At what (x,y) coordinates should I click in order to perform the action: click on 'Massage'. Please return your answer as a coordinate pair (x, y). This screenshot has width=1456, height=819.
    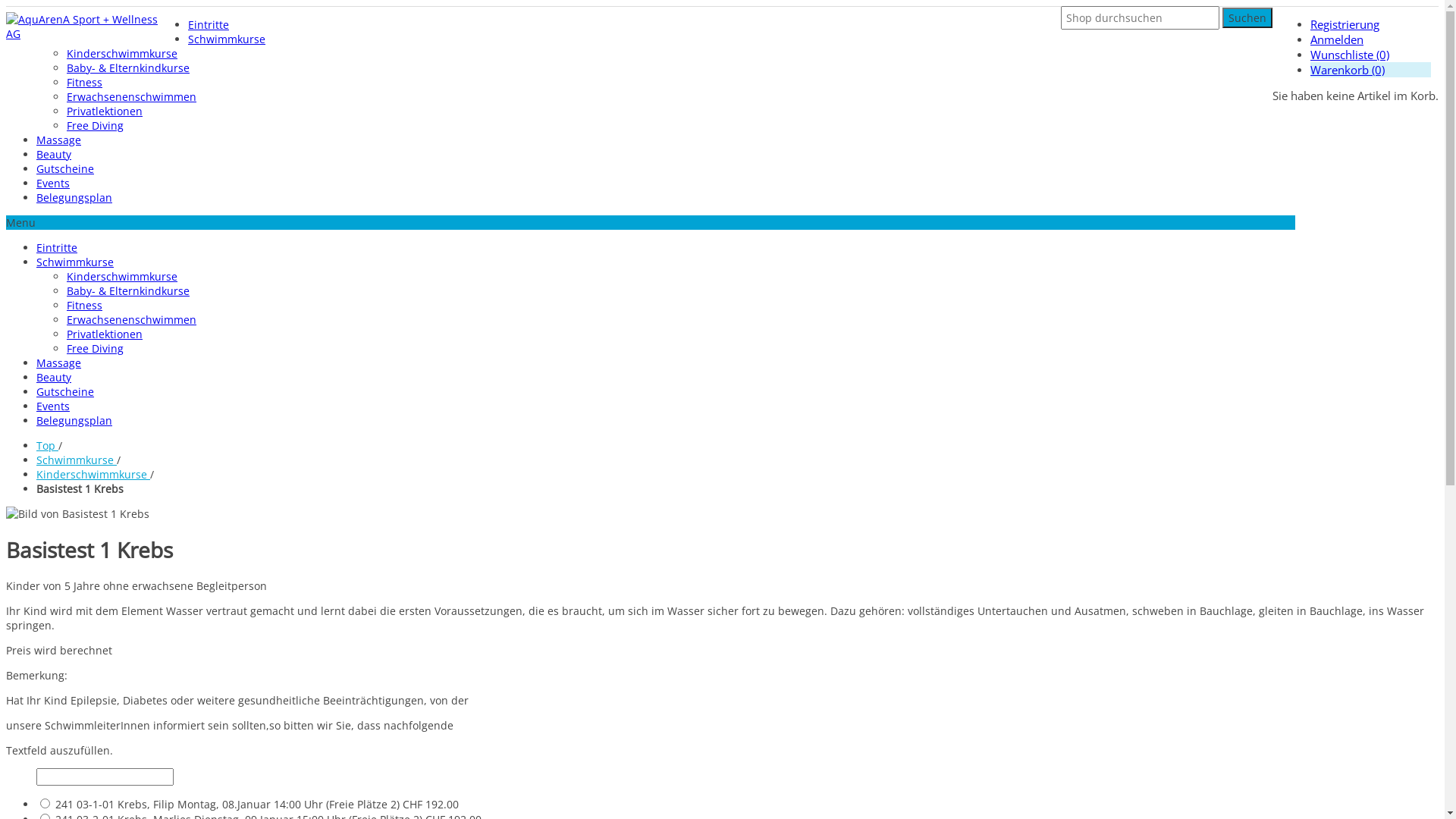
    Looking at the image, I should click on (58, 140).